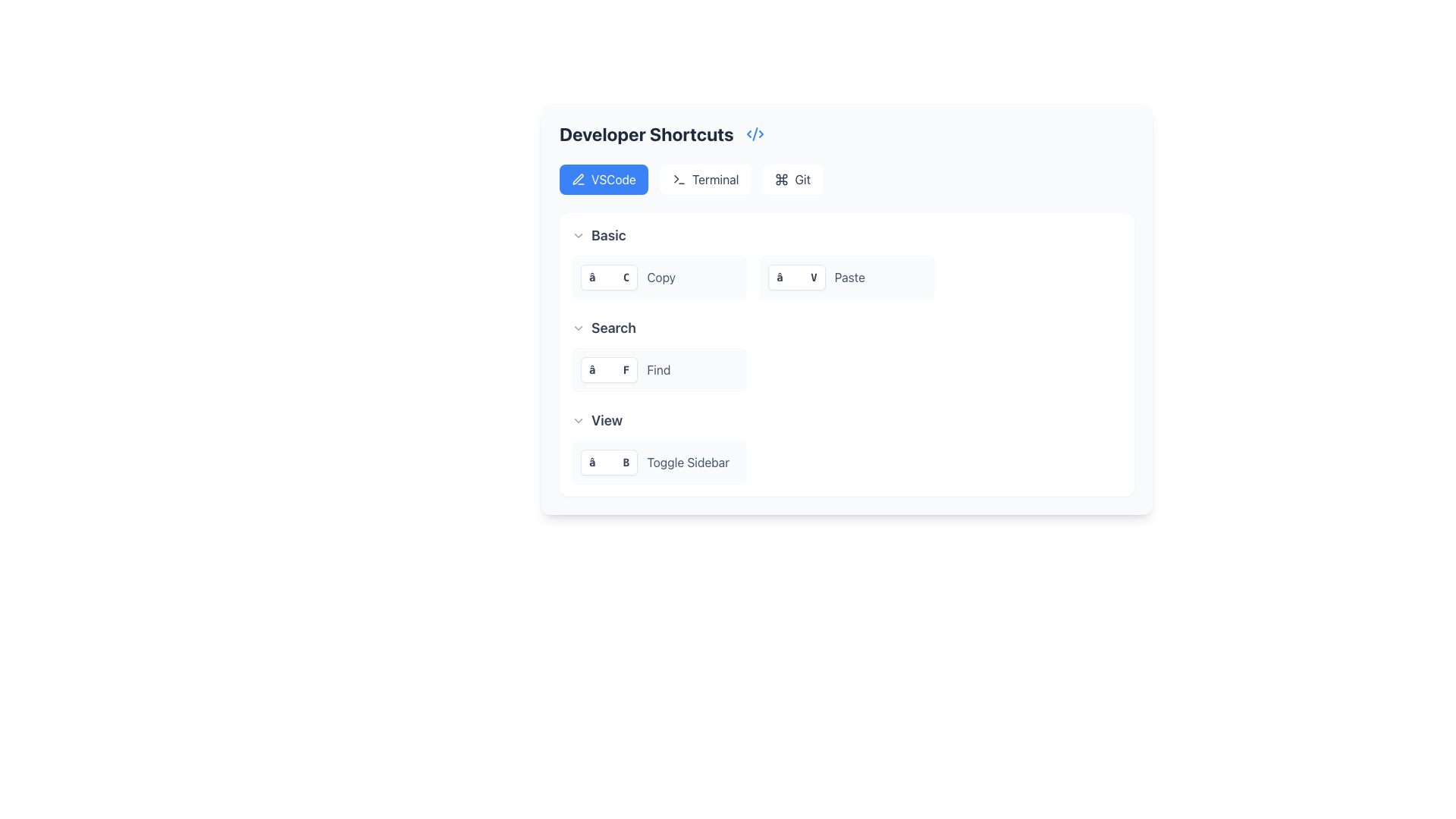 This screenshot has width=1456, height=819. I want to click on the interactive button components in the 'Basic' section, so click(846, 262).